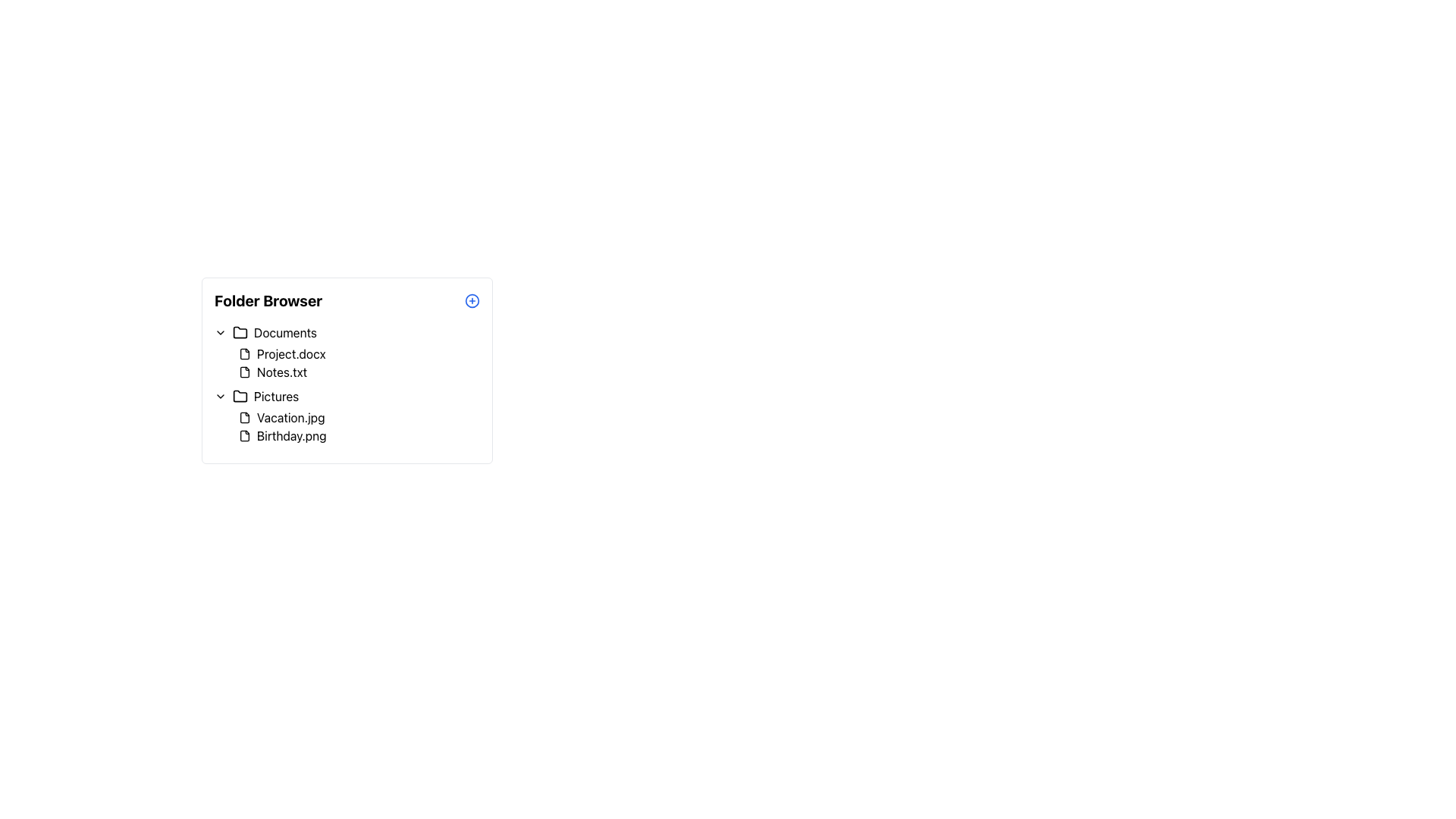 The image size is (1456, 819). Describe the element at coordinates (346, 332) in the screenshot. I see `the 'Documents' folder entry in the file directory browser` at that location.